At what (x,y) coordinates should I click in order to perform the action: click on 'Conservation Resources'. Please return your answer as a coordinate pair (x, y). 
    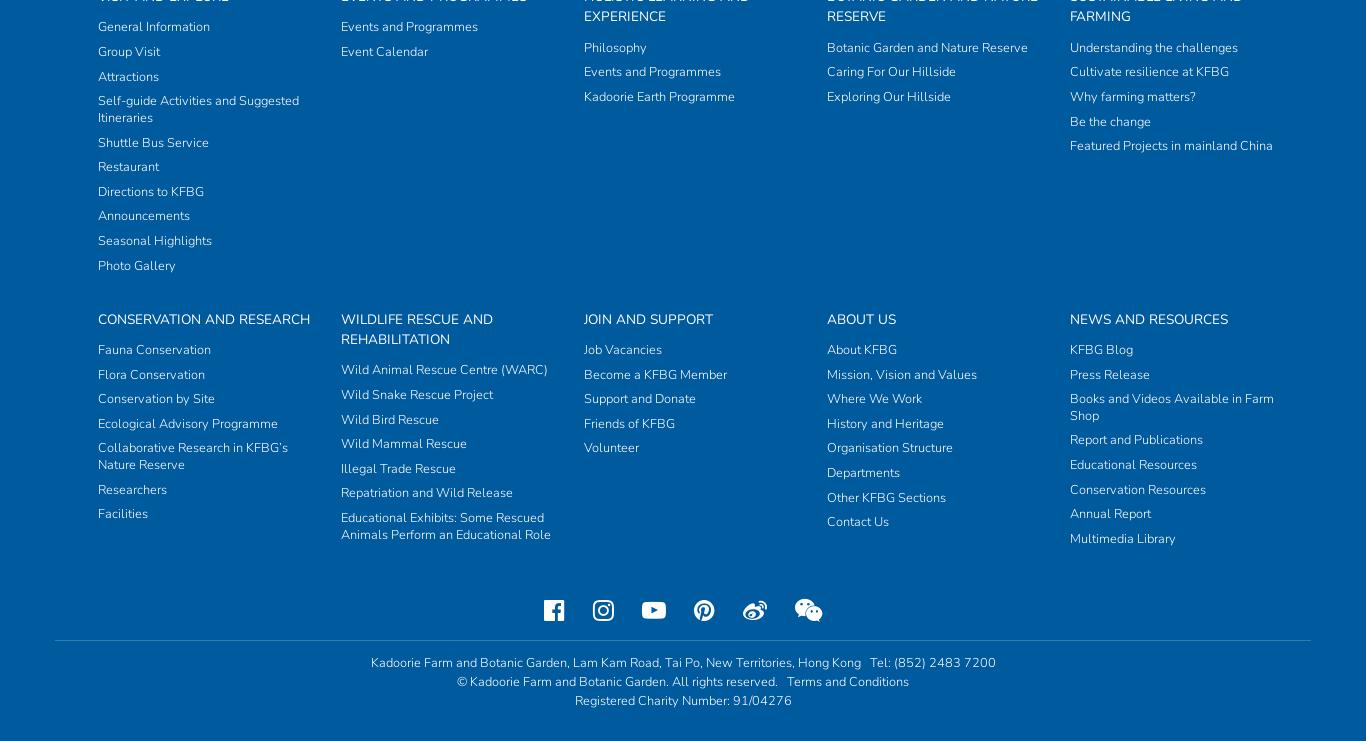
    Looking at the image, I should click on (1068, 98).